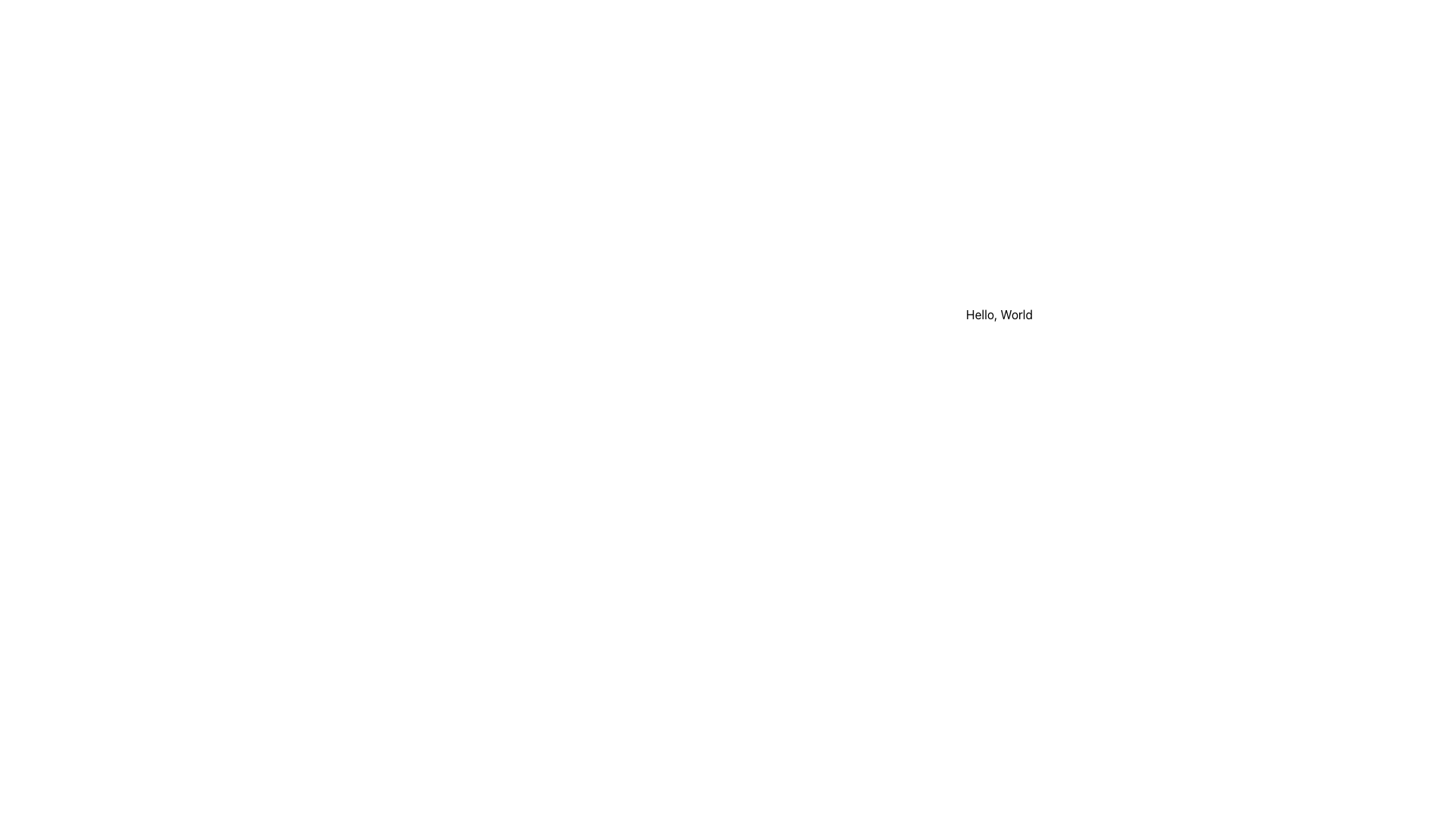  Describe the element at coordinates (999, 314) in the screenshot. I see `text displayed in the label that says 'Hello, World', which is styled in black font on a white background and located at the top center of the interface` at that location.